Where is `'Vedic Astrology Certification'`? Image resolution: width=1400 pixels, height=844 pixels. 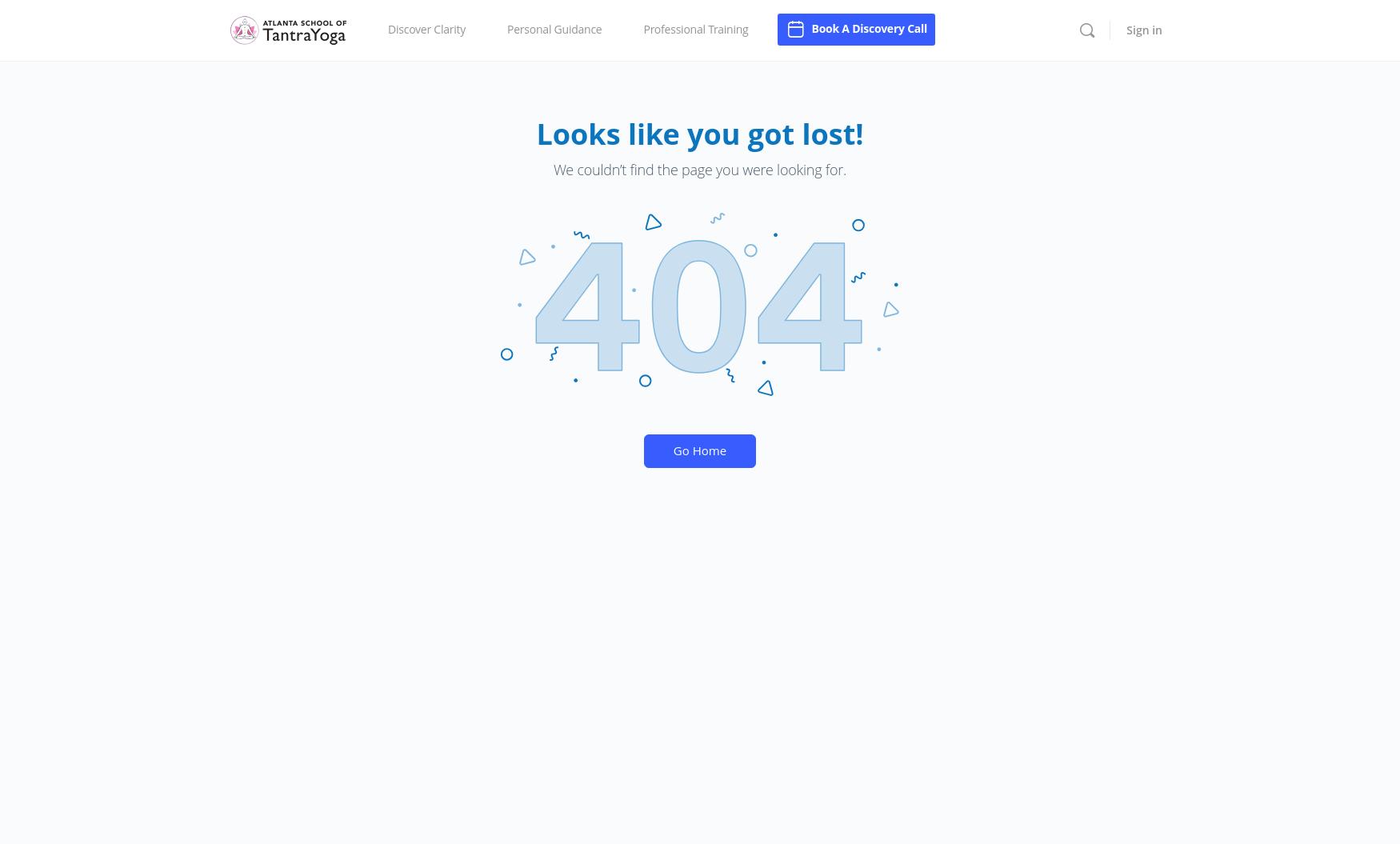 'Vedic Astrology Certification' is located at coordinates (644, 68).